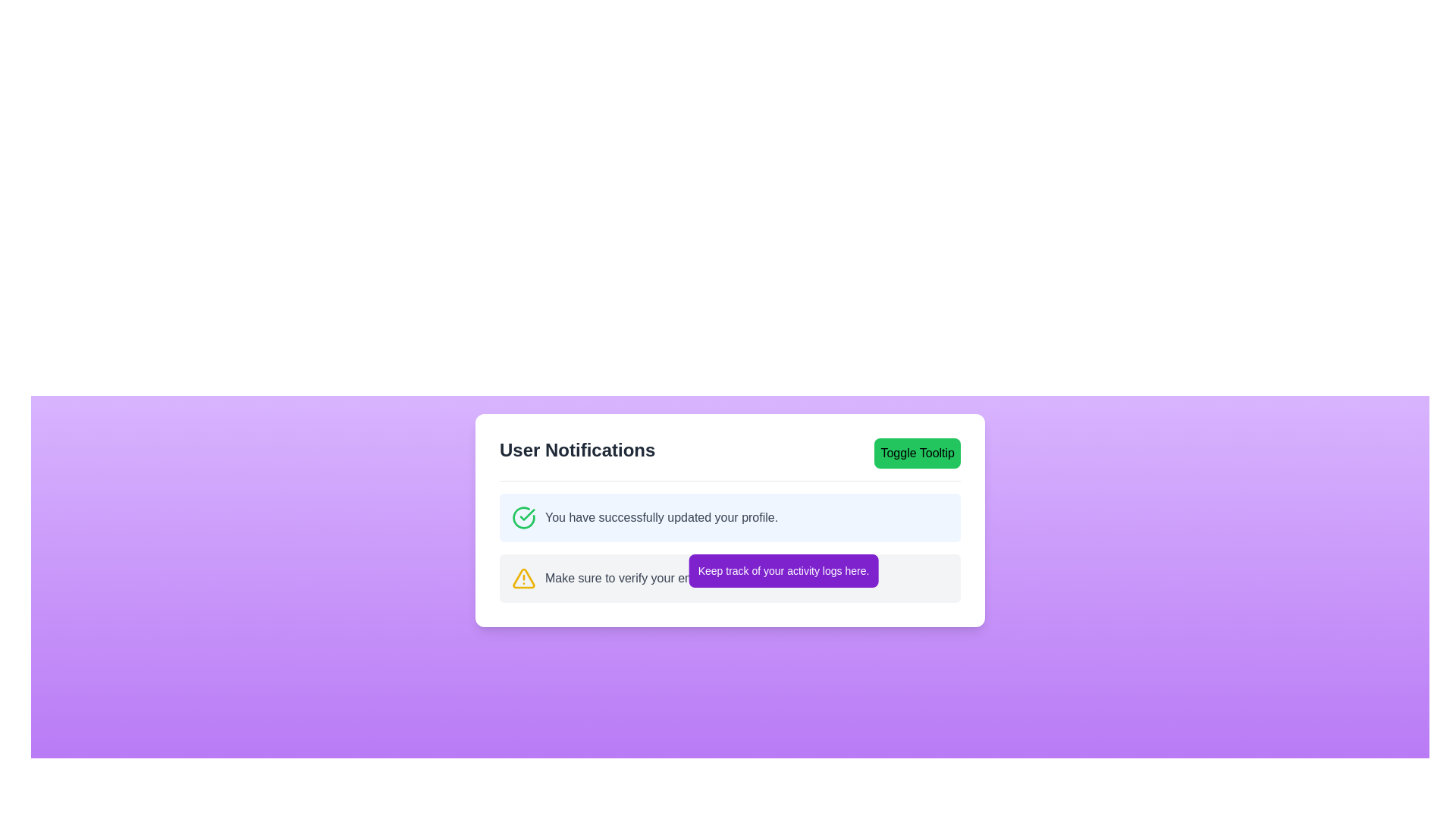 Image resolution: width=1456 pixels, height=819 pixels. I want to click on the successful action indicator icon located on the left side of the text 'You have successfully updated your profile.' within the notification card, so click(527, 513).